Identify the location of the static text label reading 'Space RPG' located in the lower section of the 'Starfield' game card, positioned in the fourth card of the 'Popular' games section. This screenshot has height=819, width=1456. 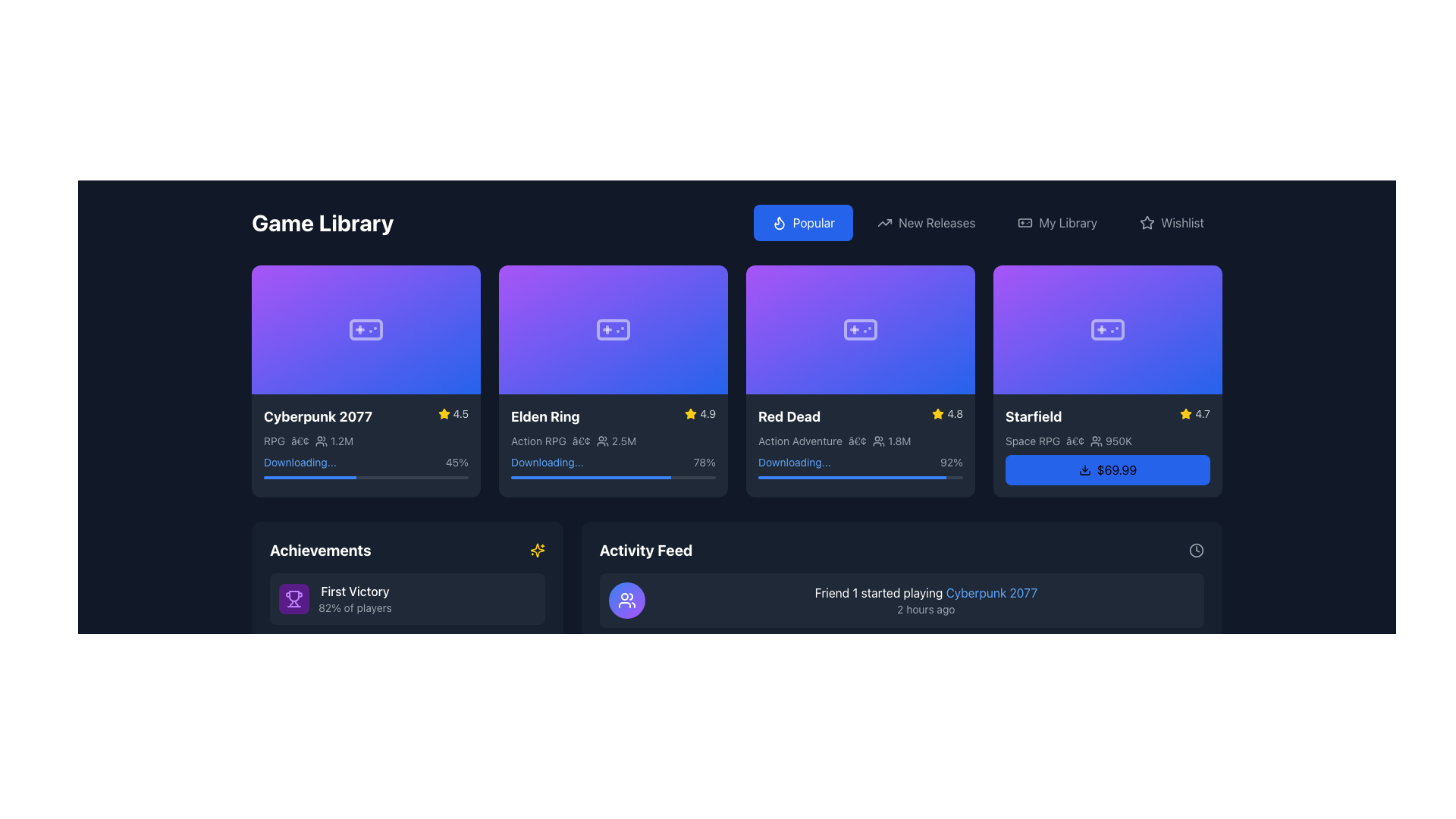
(1032, 441).